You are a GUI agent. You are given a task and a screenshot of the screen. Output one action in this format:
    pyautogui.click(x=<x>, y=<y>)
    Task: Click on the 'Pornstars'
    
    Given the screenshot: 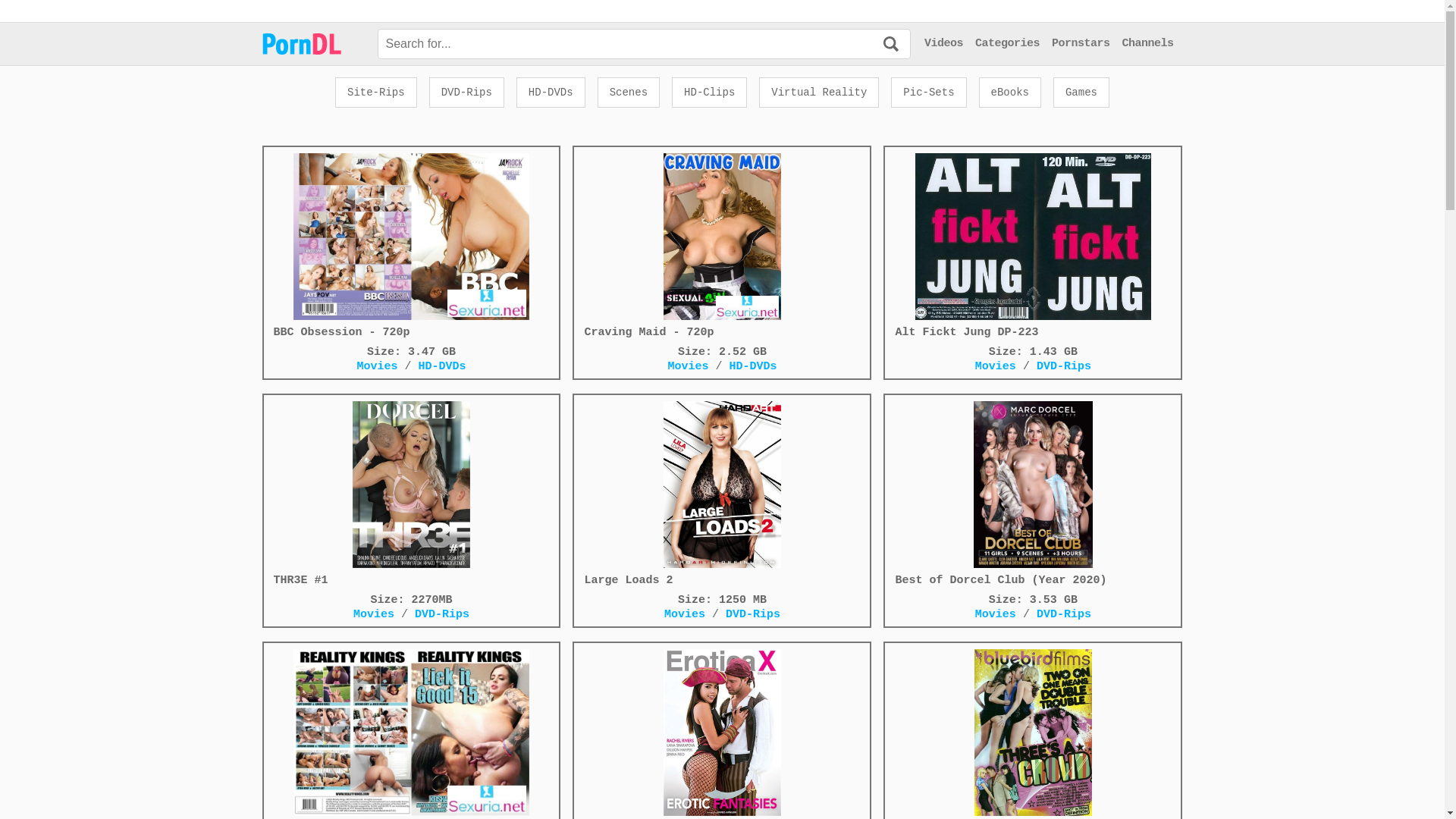 What is the action you would take?
    pyautogui.click(x=1080, y=42)
    